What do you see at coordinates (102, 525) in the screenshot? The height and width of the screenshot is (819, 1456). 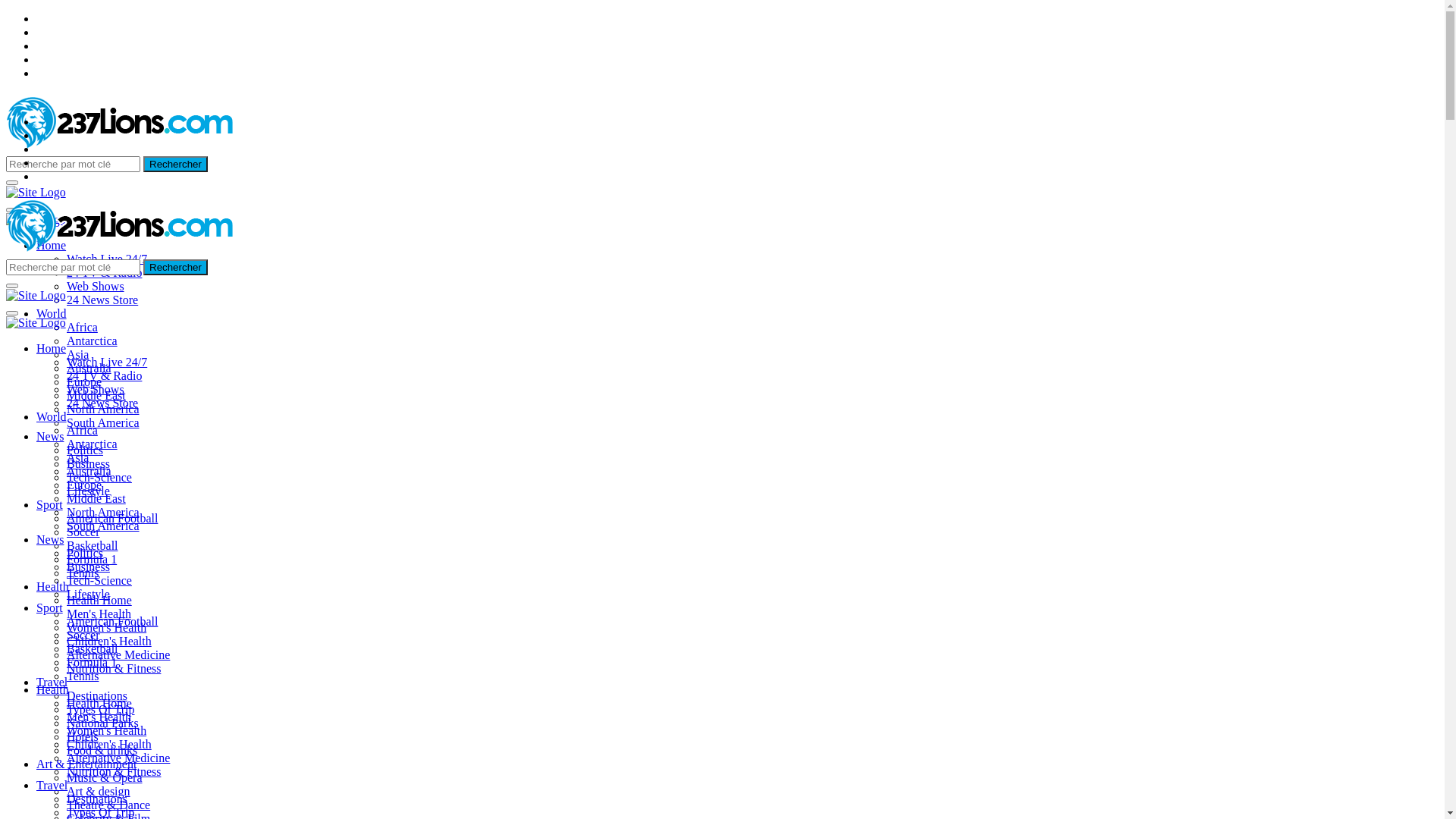 I see `'South America'` at bounding box center [102, 525].